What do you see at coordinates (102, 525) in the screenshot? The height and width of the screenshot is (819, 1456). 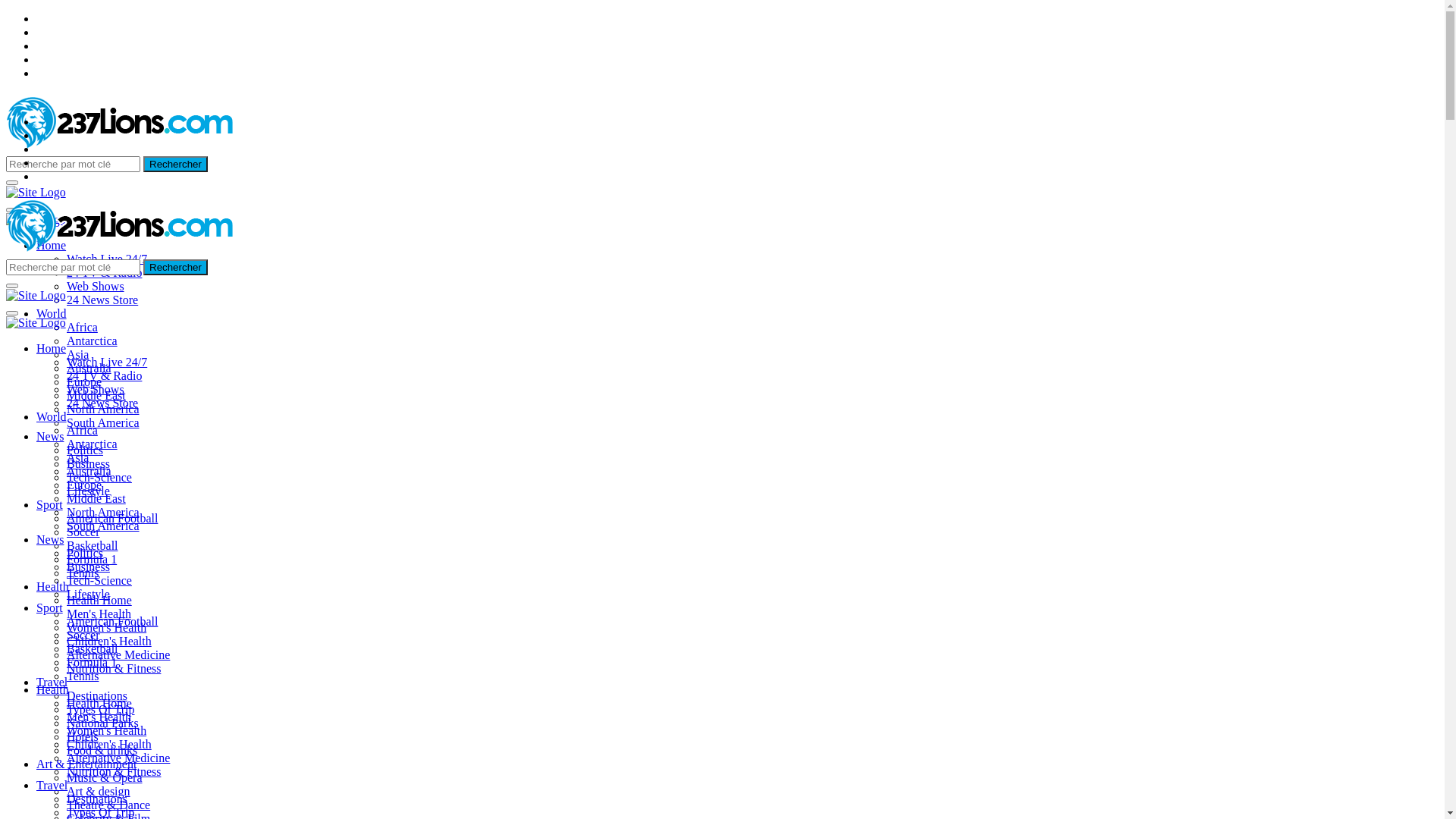 I see `'South America'` at bounding box center [102, 525].